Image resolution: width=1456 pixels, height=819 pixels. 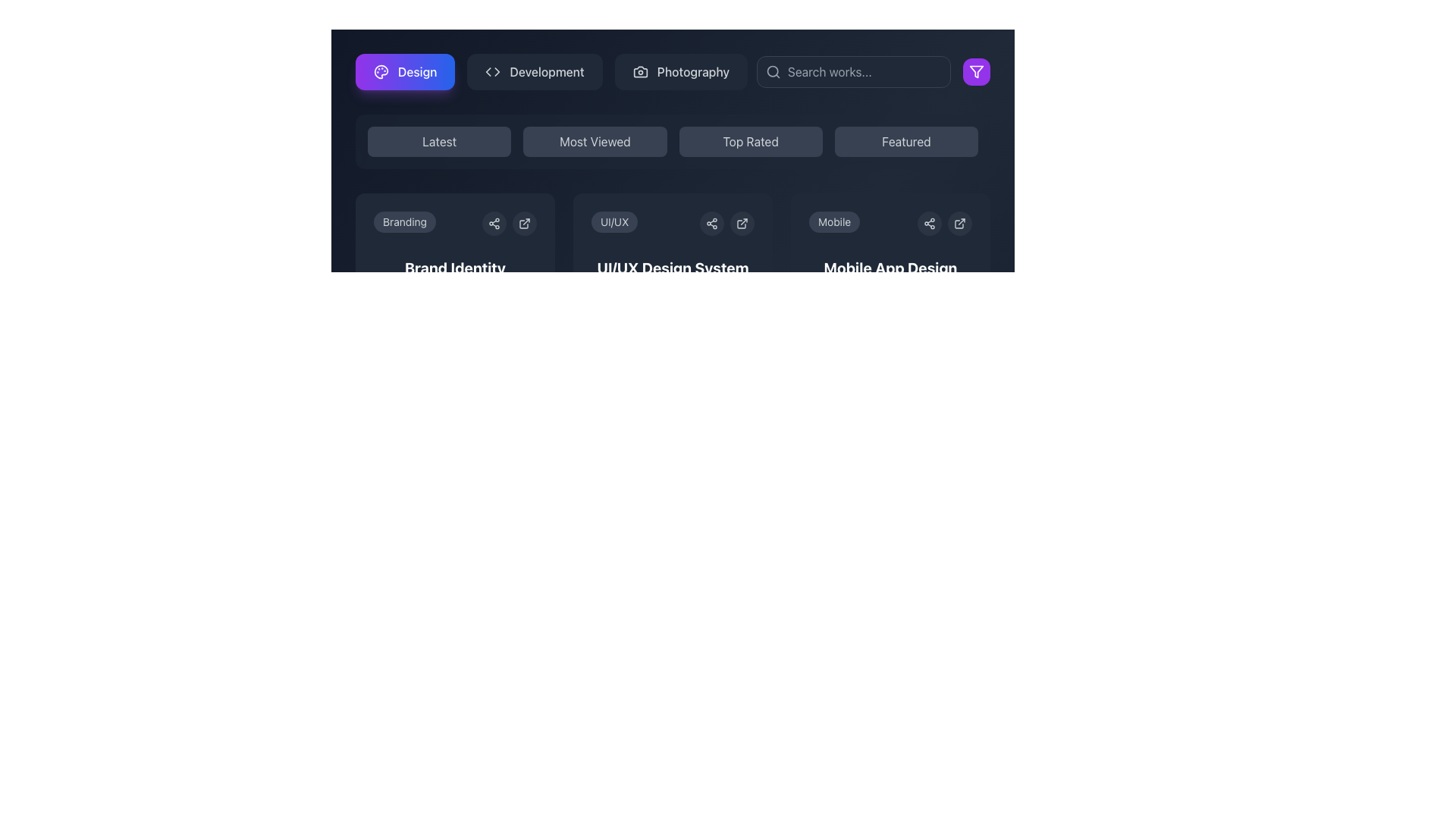 What do you see at coordinates (726, 223) in the screenshot?
I see `the external link button located in the 'UI/UX' section, which is the second grouping of action buttons below the section title` at bounding box center [726, 223].